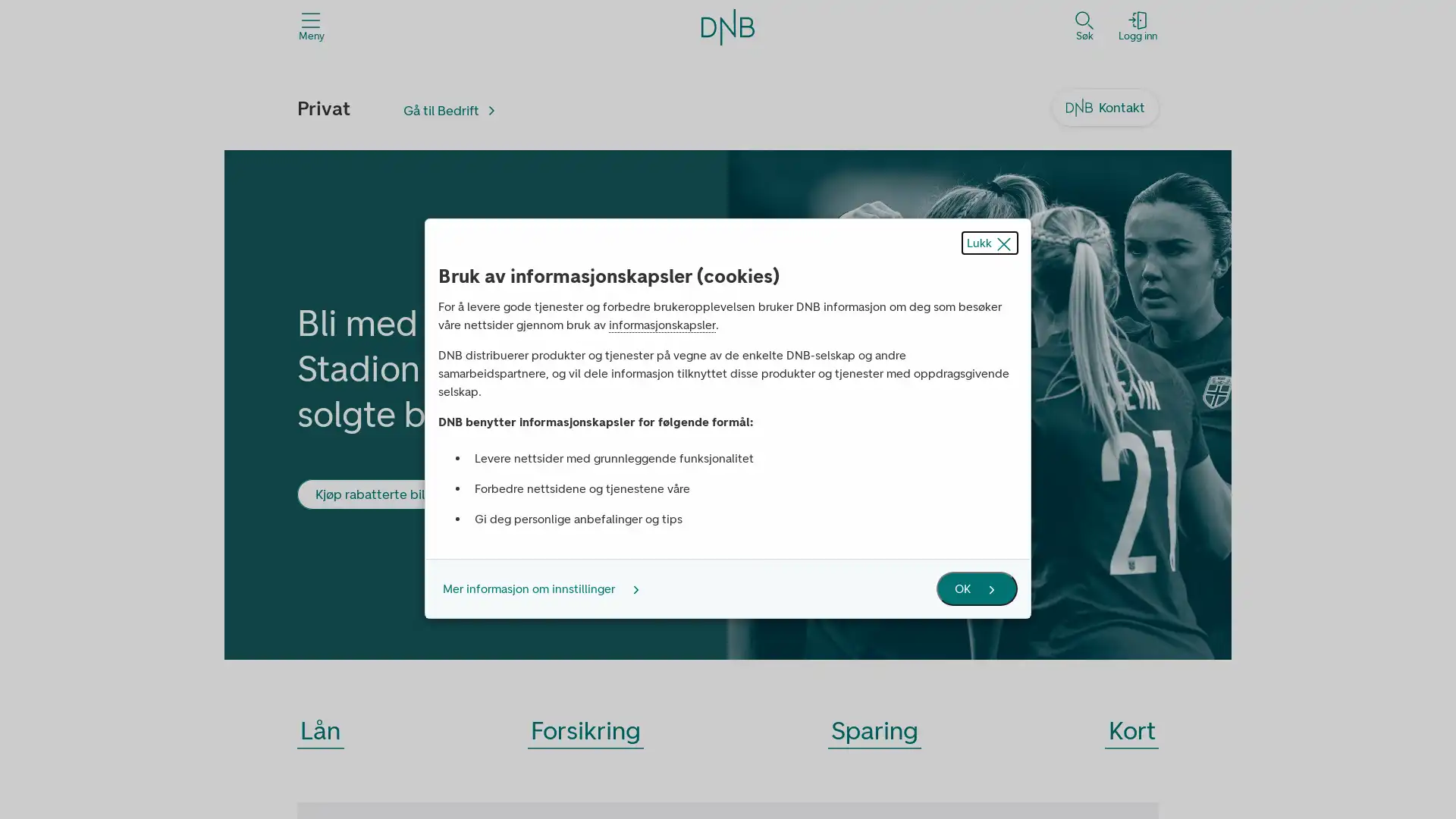  Describe the element at coordinates (990, 241) in the screenshot. I see `Lukk popup` at that location.